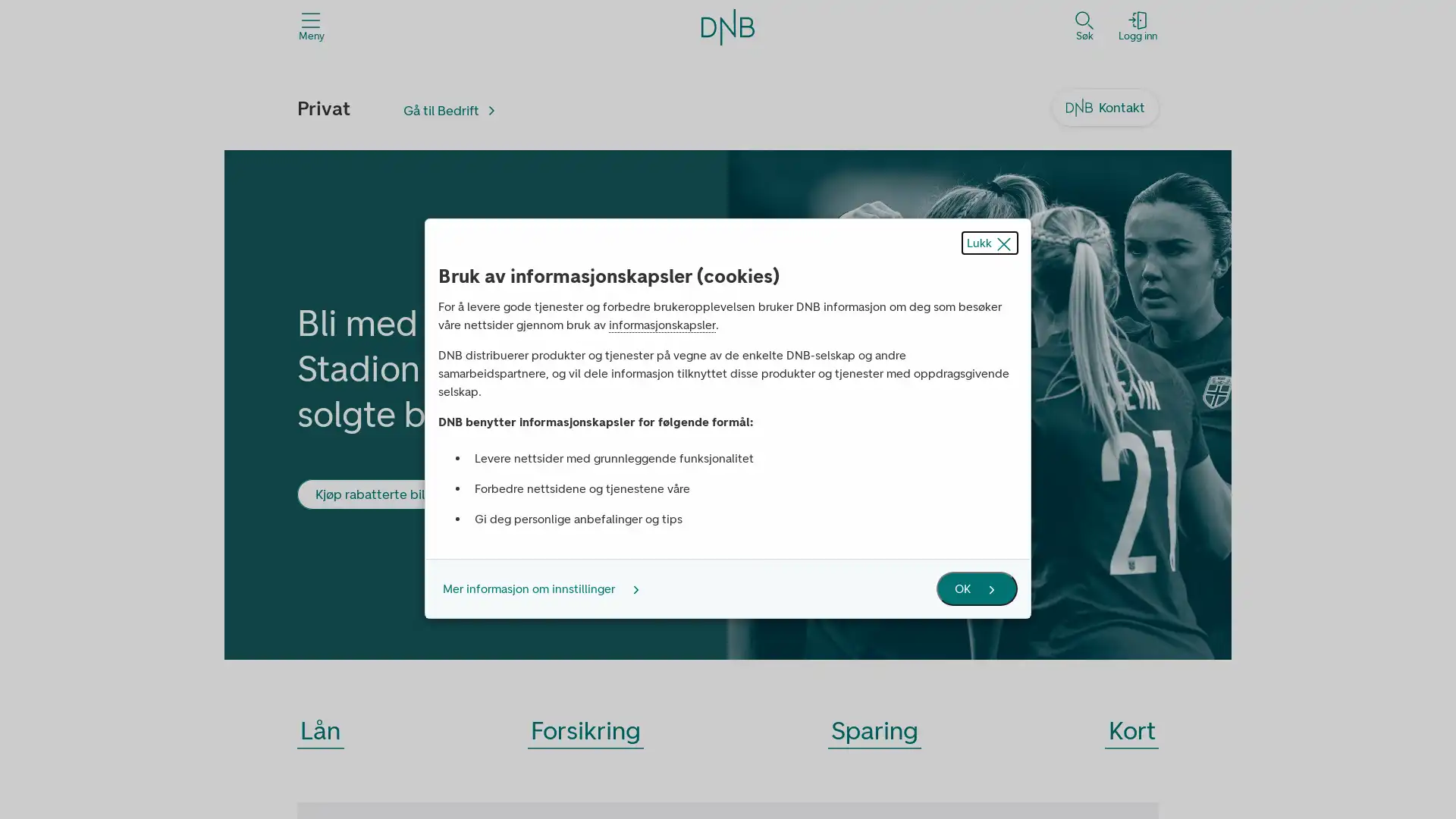  Describe the element at coordinates (990, 241) in the screenshot. I see `Lukk popup` at that location.